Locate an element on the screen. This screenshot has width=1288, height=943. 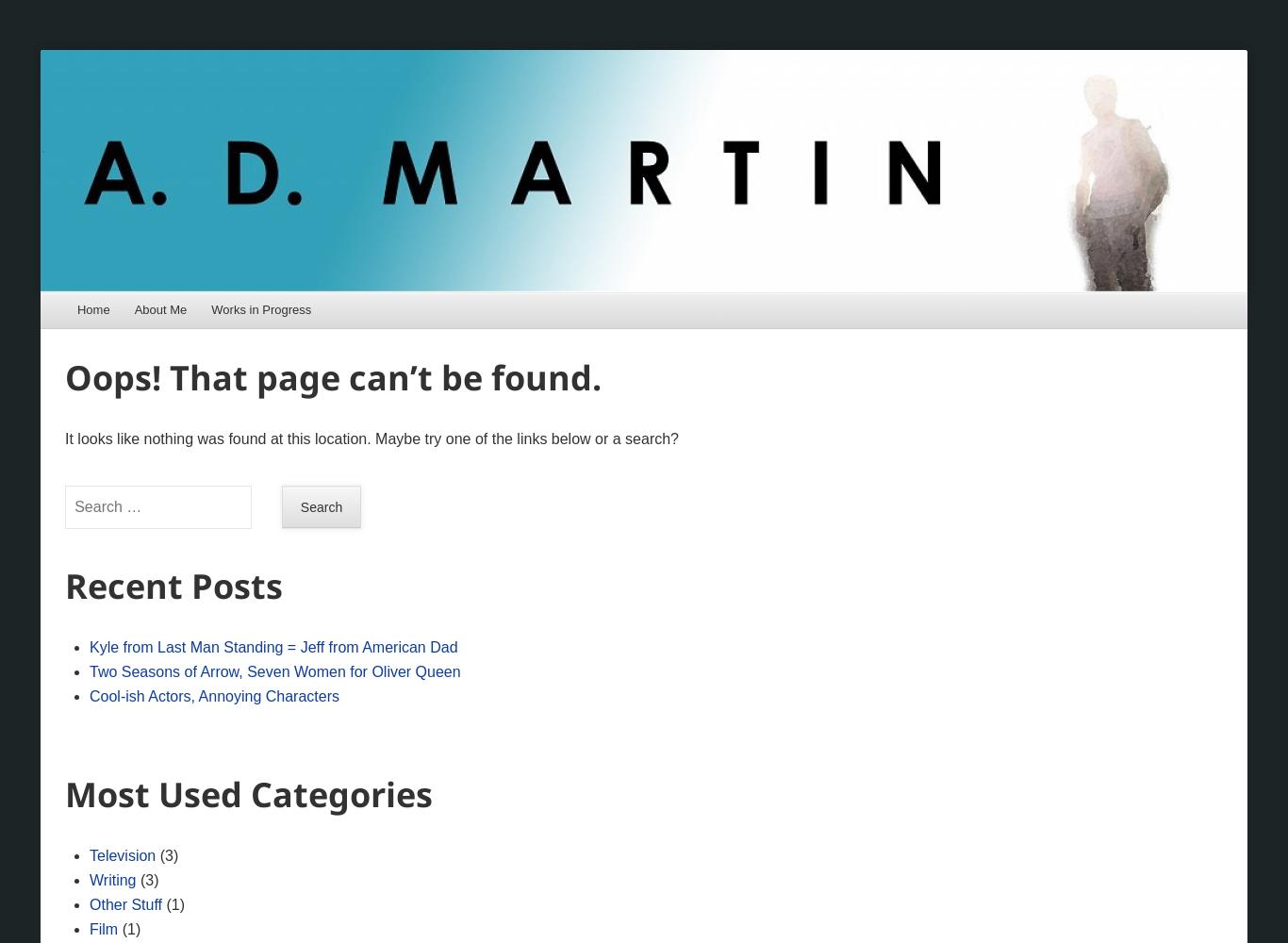
'Recent Posts' is located at coordinates (64, 585).